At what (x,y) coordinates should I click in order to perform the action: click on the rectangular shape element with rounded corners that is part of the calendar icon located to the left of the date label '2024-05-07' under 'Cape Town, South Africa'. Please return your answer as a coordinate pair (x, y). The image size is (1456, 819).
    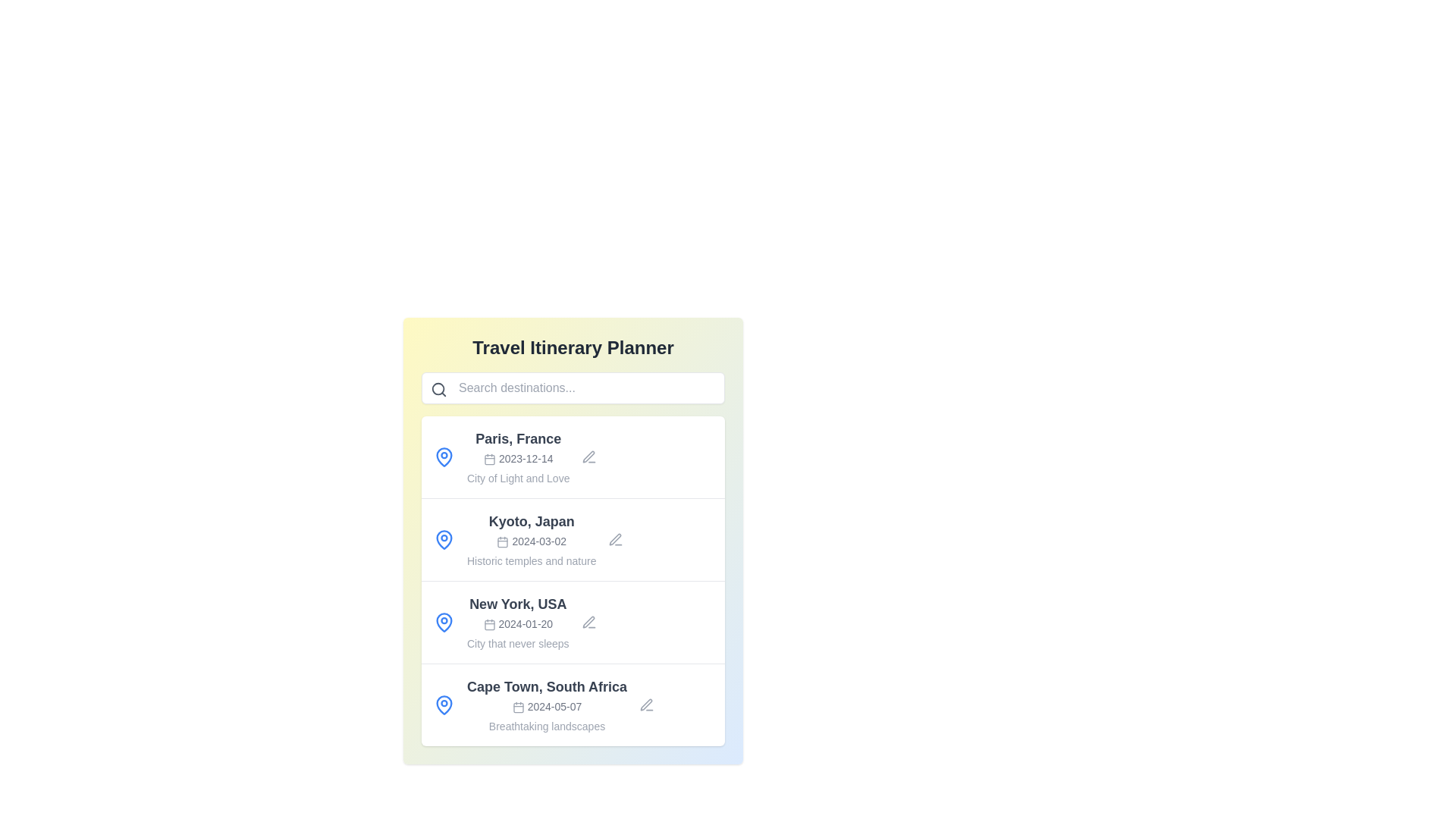
    Looking at the image, I should click on (518, 708).